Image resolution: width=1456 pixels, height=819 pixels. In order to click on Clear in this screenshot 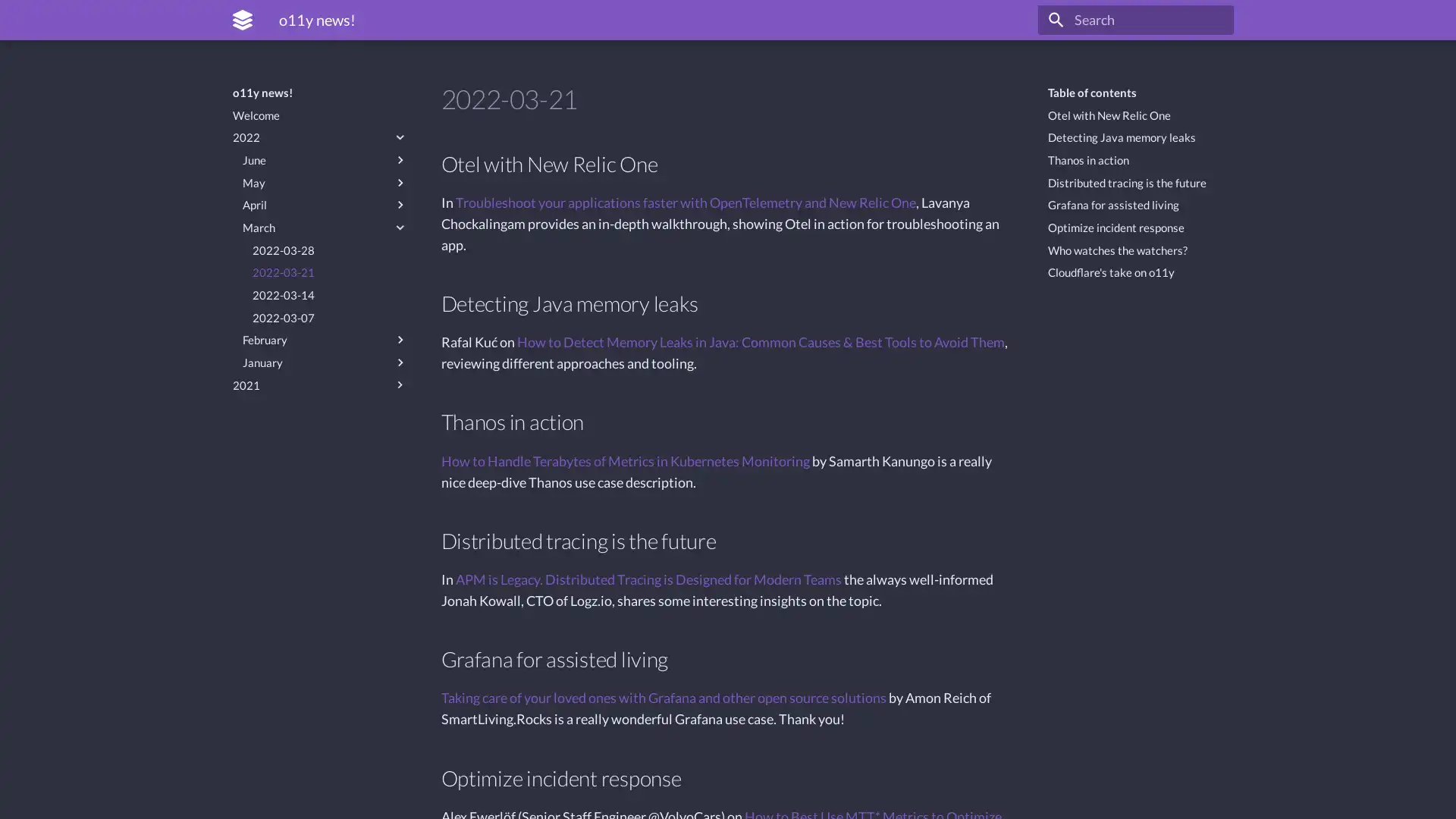, I will do `click(1215, 20)`.